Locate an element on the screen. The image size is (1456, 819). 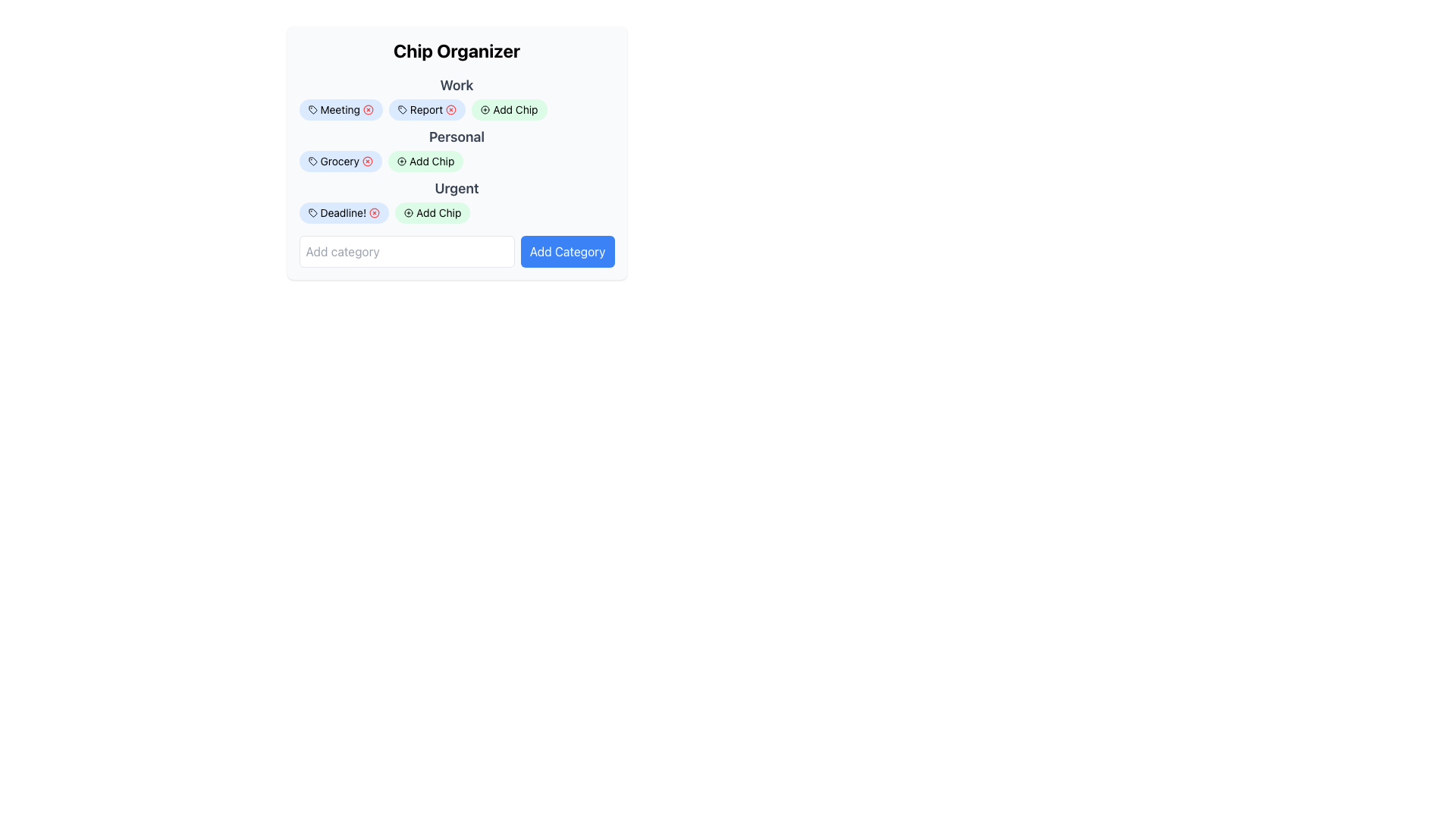
the circular close icon representing the delete function for the 'Deadline!' tag in the 'Urgent' section of the Chip Organizer UI is located at coordinates (375, 213).